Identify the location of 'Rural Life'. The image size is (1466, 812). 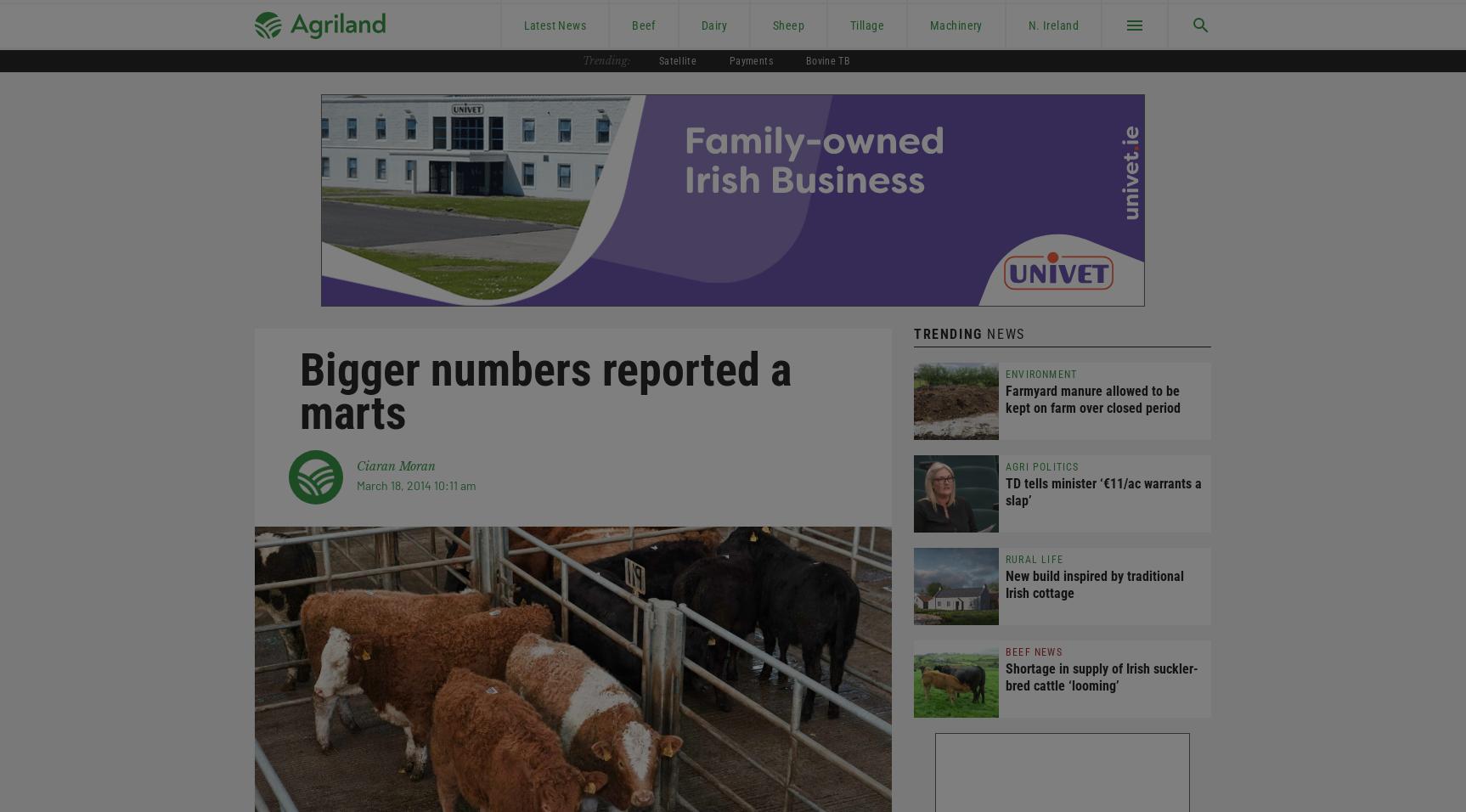
(1005, 559).